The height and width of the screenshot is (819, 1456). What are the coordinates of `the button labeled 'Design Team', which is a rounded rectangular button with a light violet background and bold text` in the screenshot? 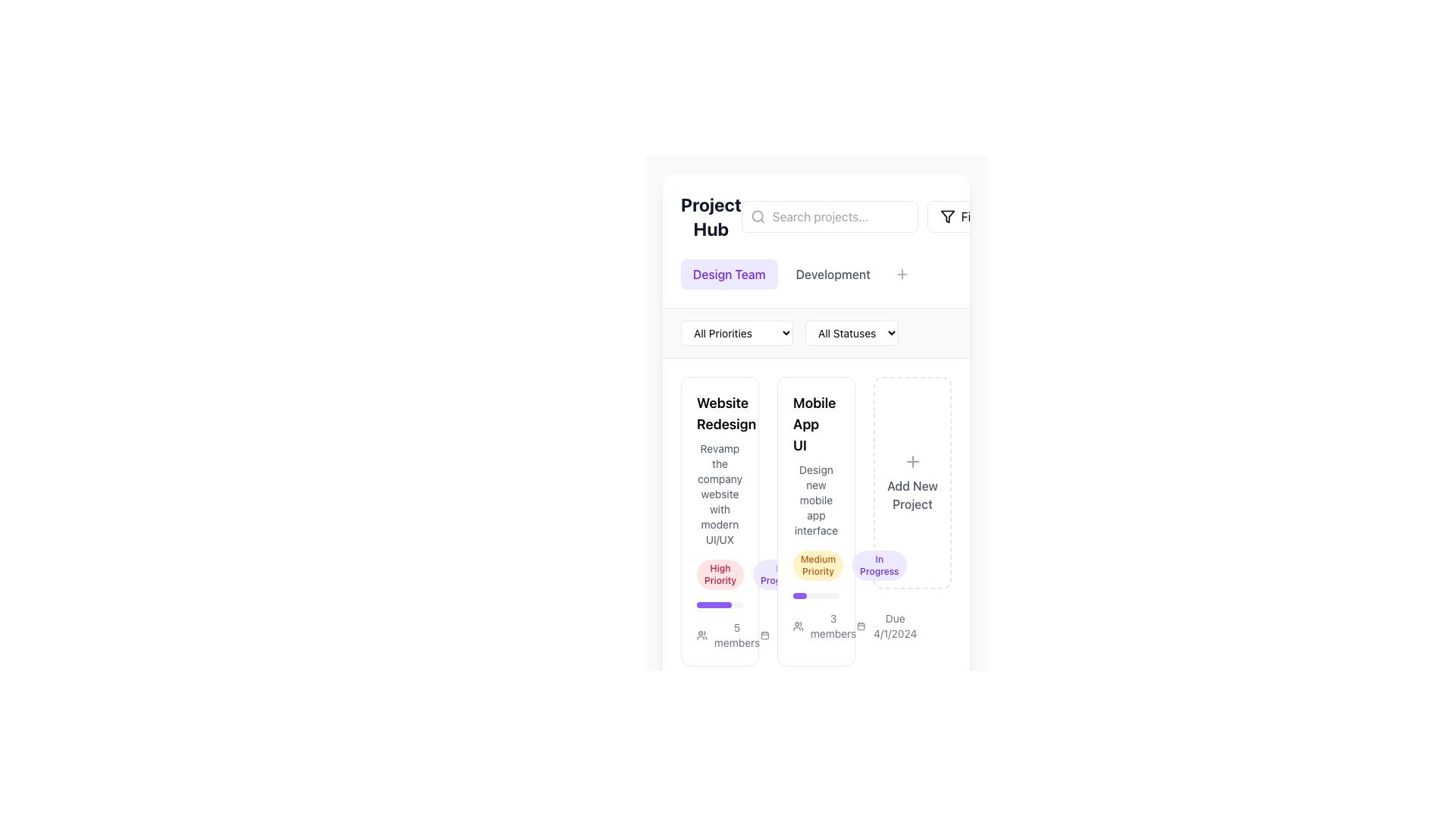 It's located at (729, 275).